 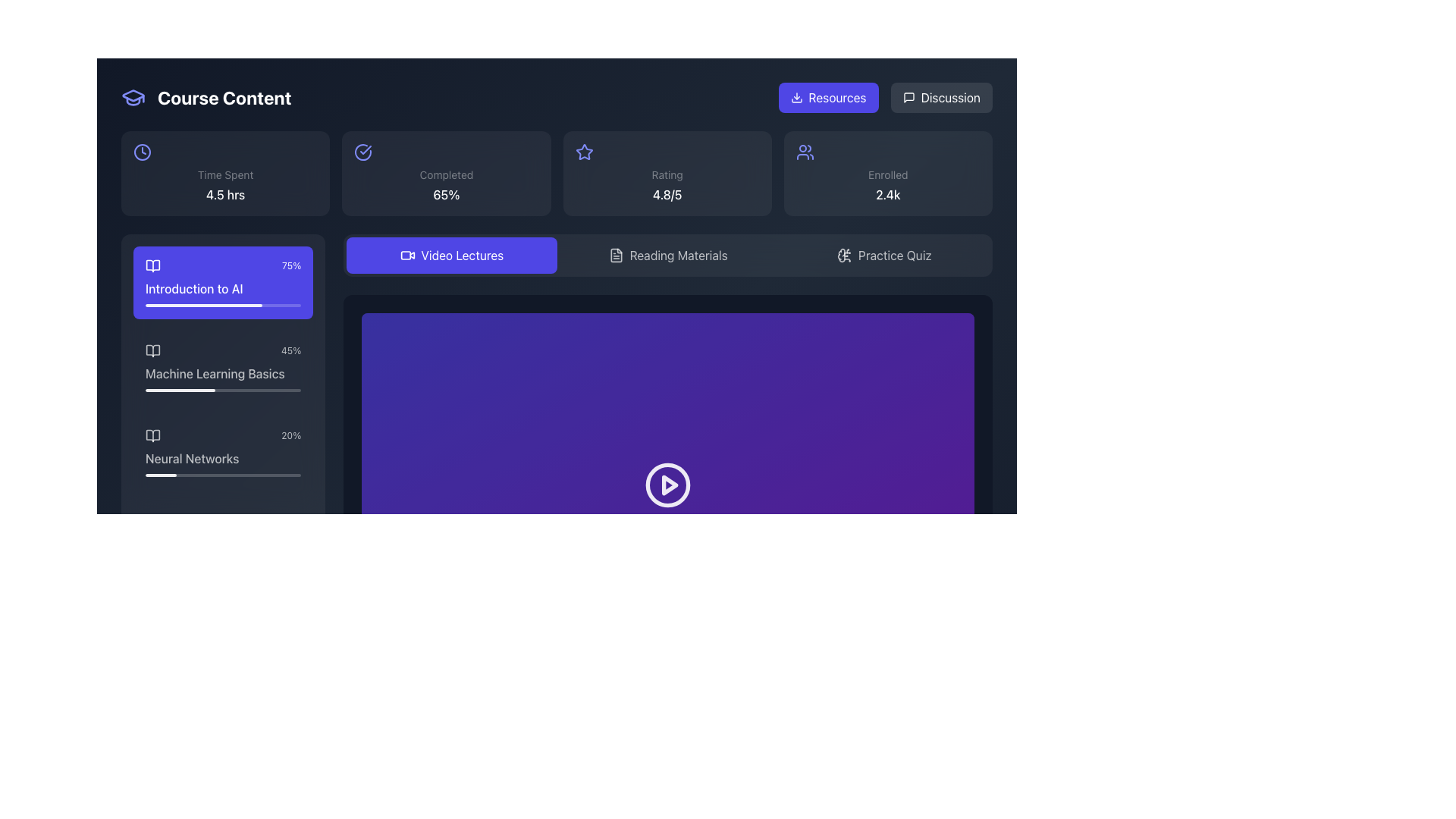 What do you see at coordinates (667, 172) in the screenshot?
I see `the information displayed on the card containing a star icon, the label 'Rating', and the numerical value '4.8/5', located in the top row of the third column in a four-column grid layout` at bounding box center [667, 172].